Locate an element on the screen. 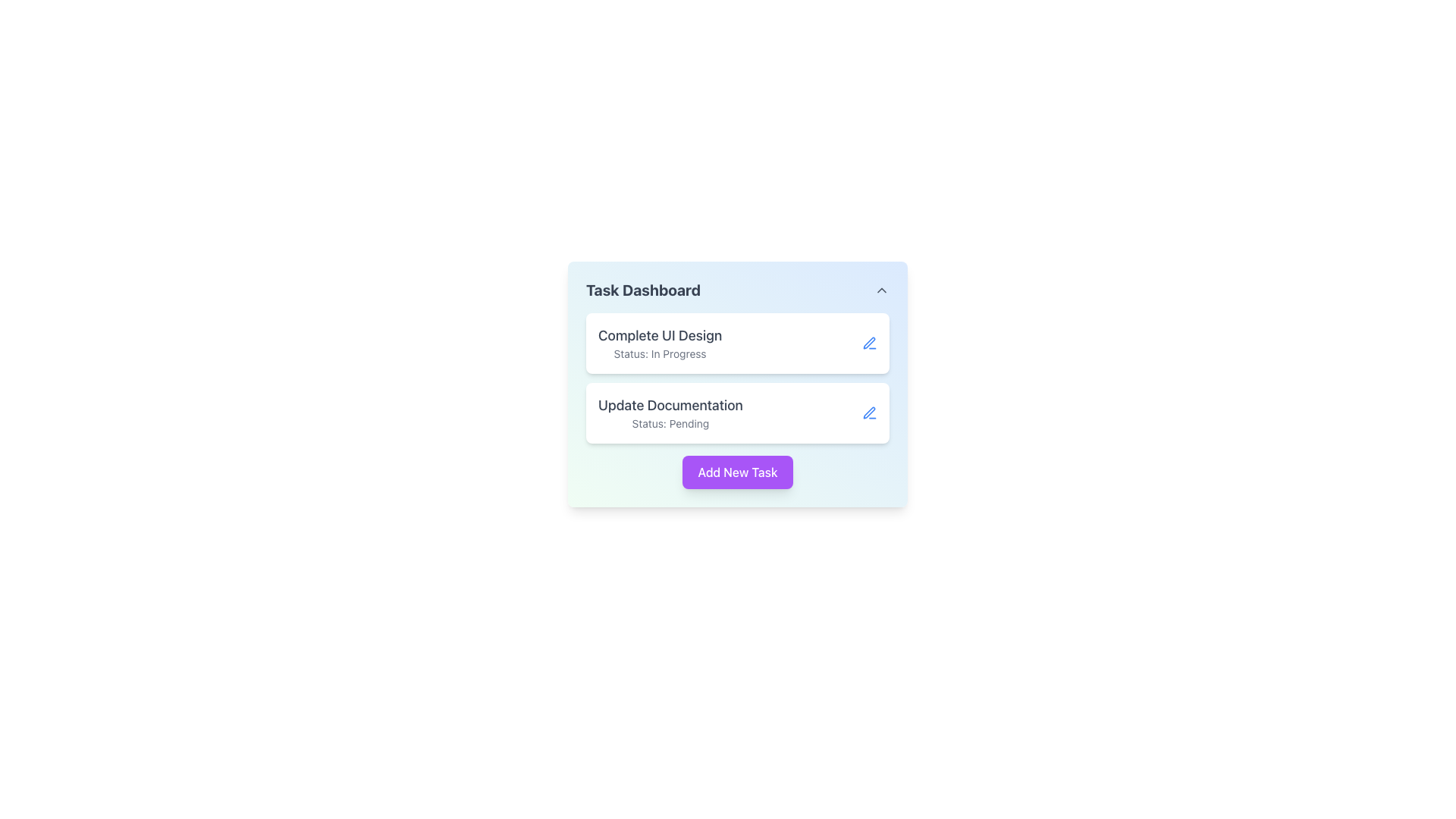 Image resolution: width=1456 pixels, height=819 pixels. displayed text of the task title 'Complete UI Design' and its status 'In Progress' located in the top task card under 'Task Dashboard.' is located at coordinates (660, 343).